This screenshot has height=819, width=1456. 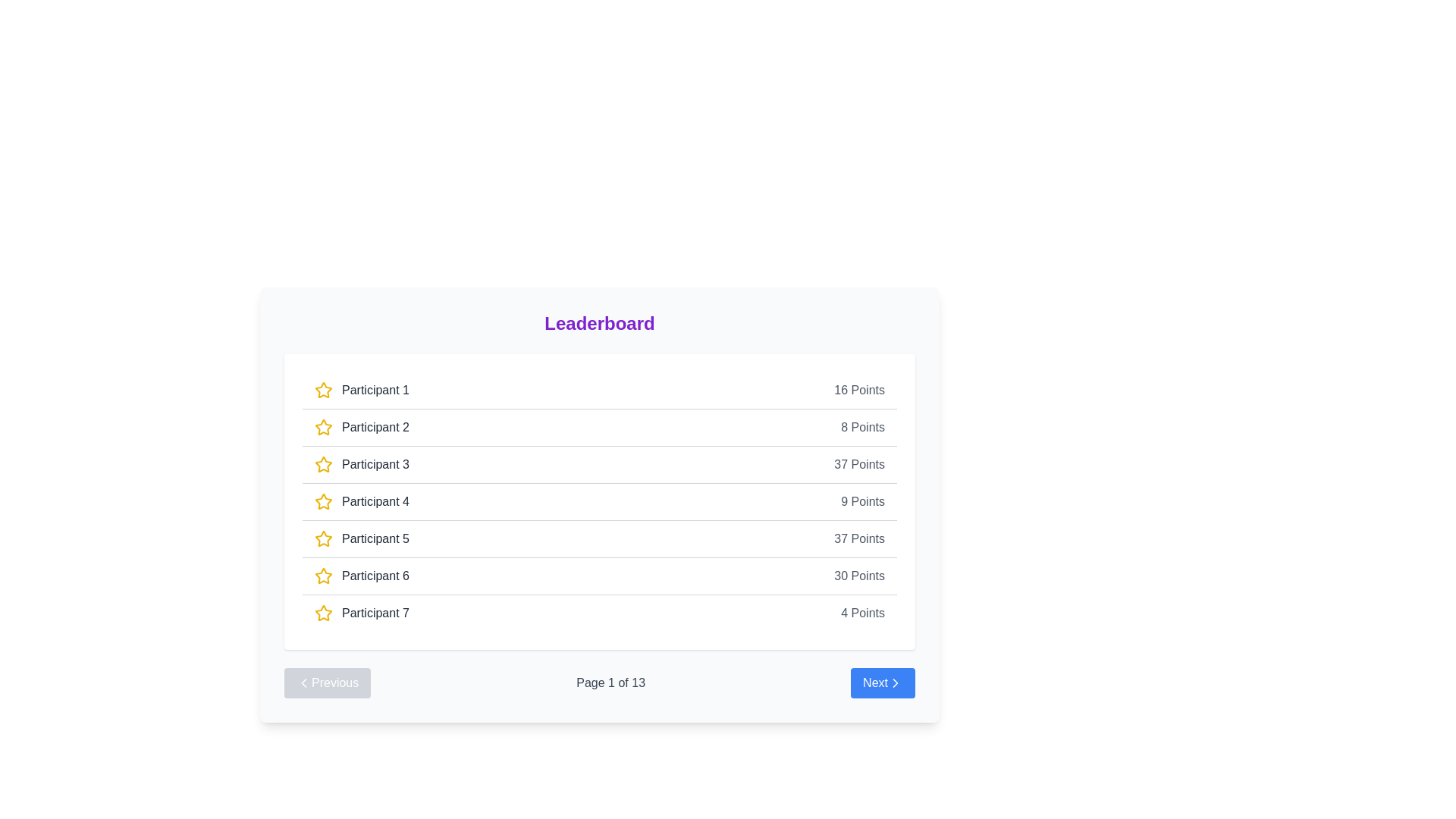 What do you see at coordinates (863, 502) in the screenshot?
I see `the text label displaying '9 Points' in a gray font, which is the rightmost content in the row for 'Participant 4' in the leaderboard table` at bounding box center [863, 502].